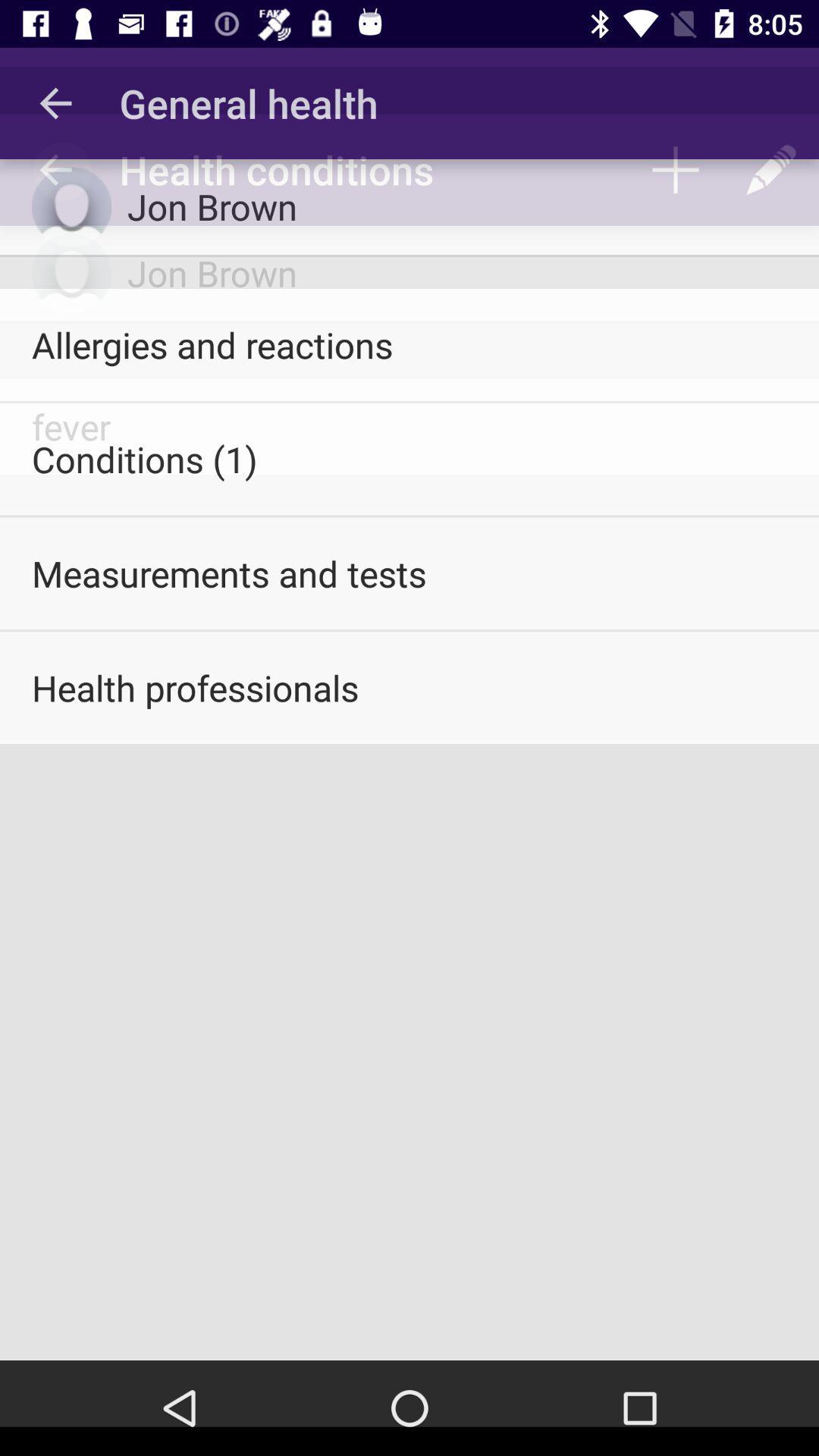 This screenshot has width=819, height=1456. Describe the element at coordinates (409, 344) in the screenshot. I see `allergies and reactions  item` at that location.